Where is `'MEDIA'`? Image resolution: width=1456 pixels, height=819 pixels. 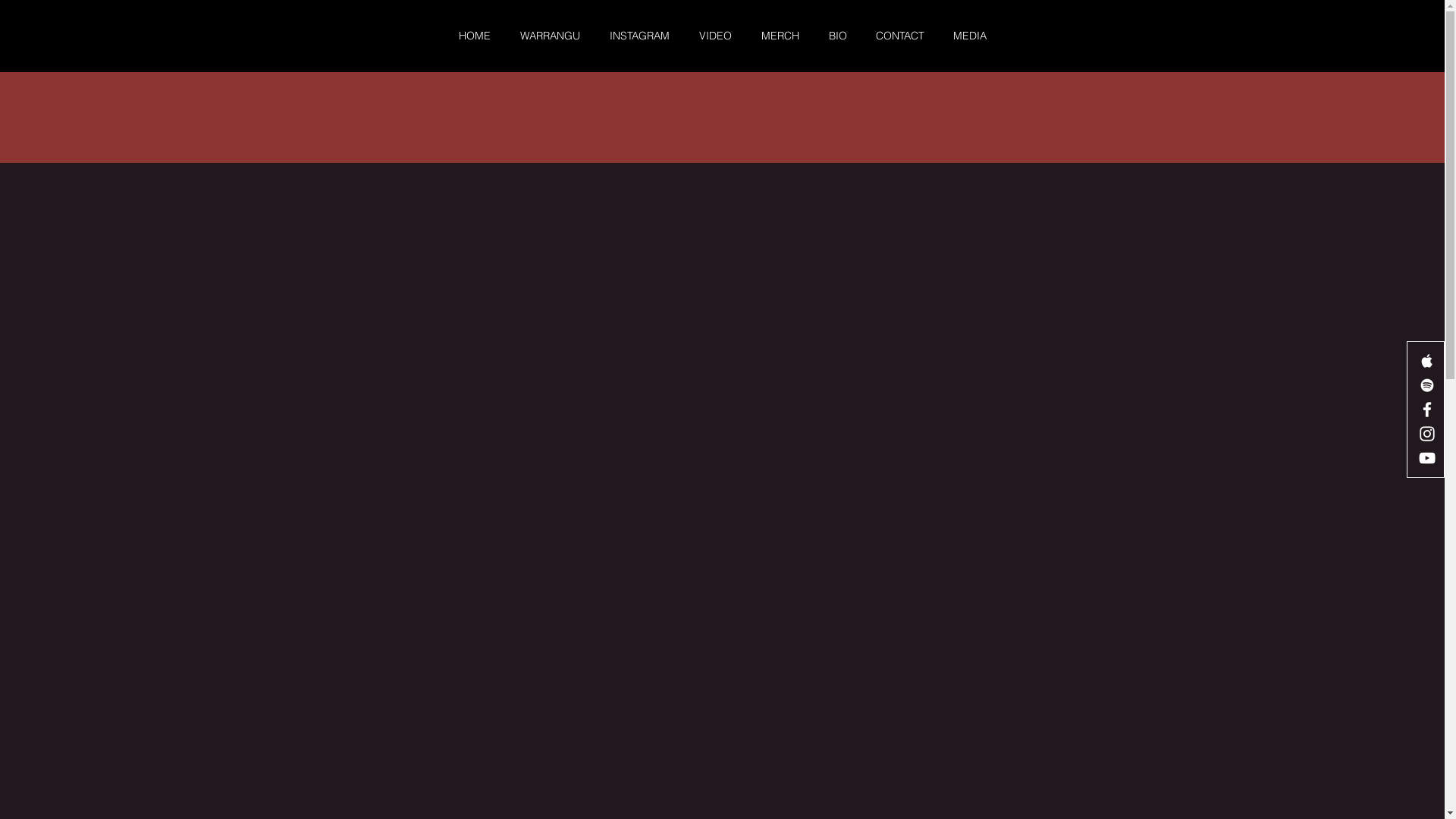 'MEDIA' is located at coordinates (968, 35).